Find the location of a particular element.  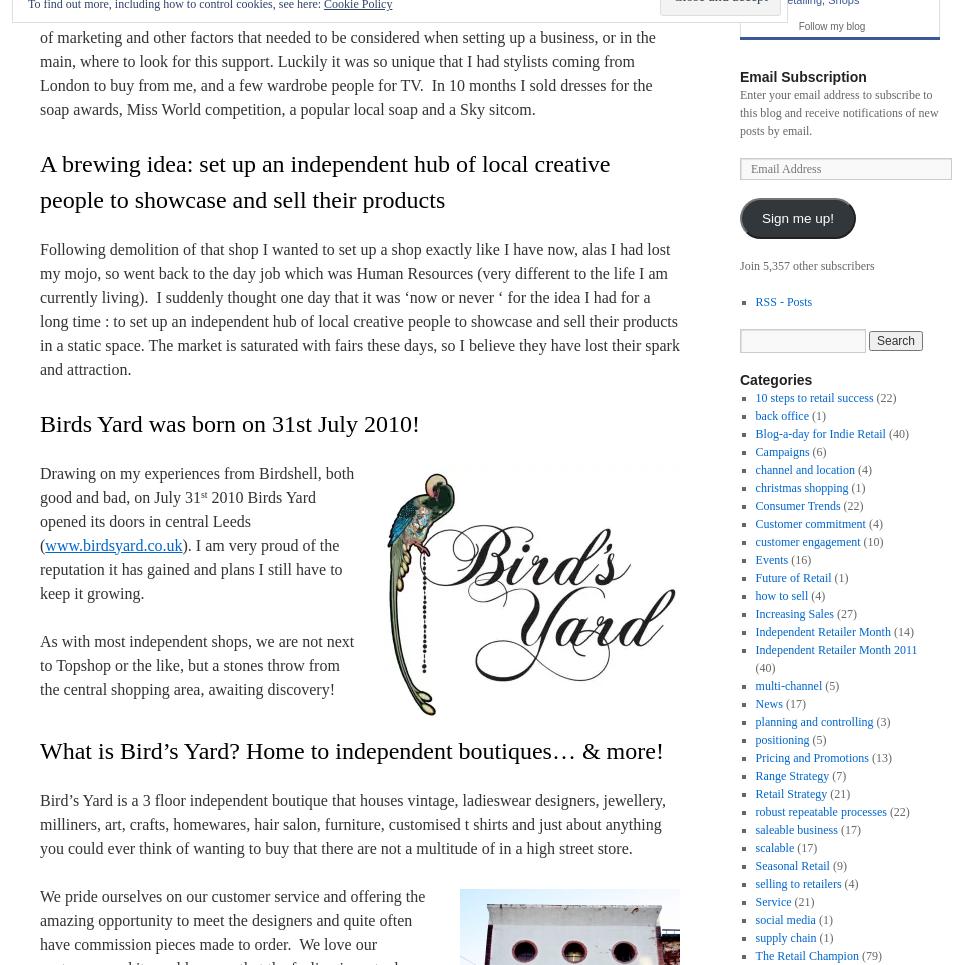

'(9)' is located at coordinates (828, 865).